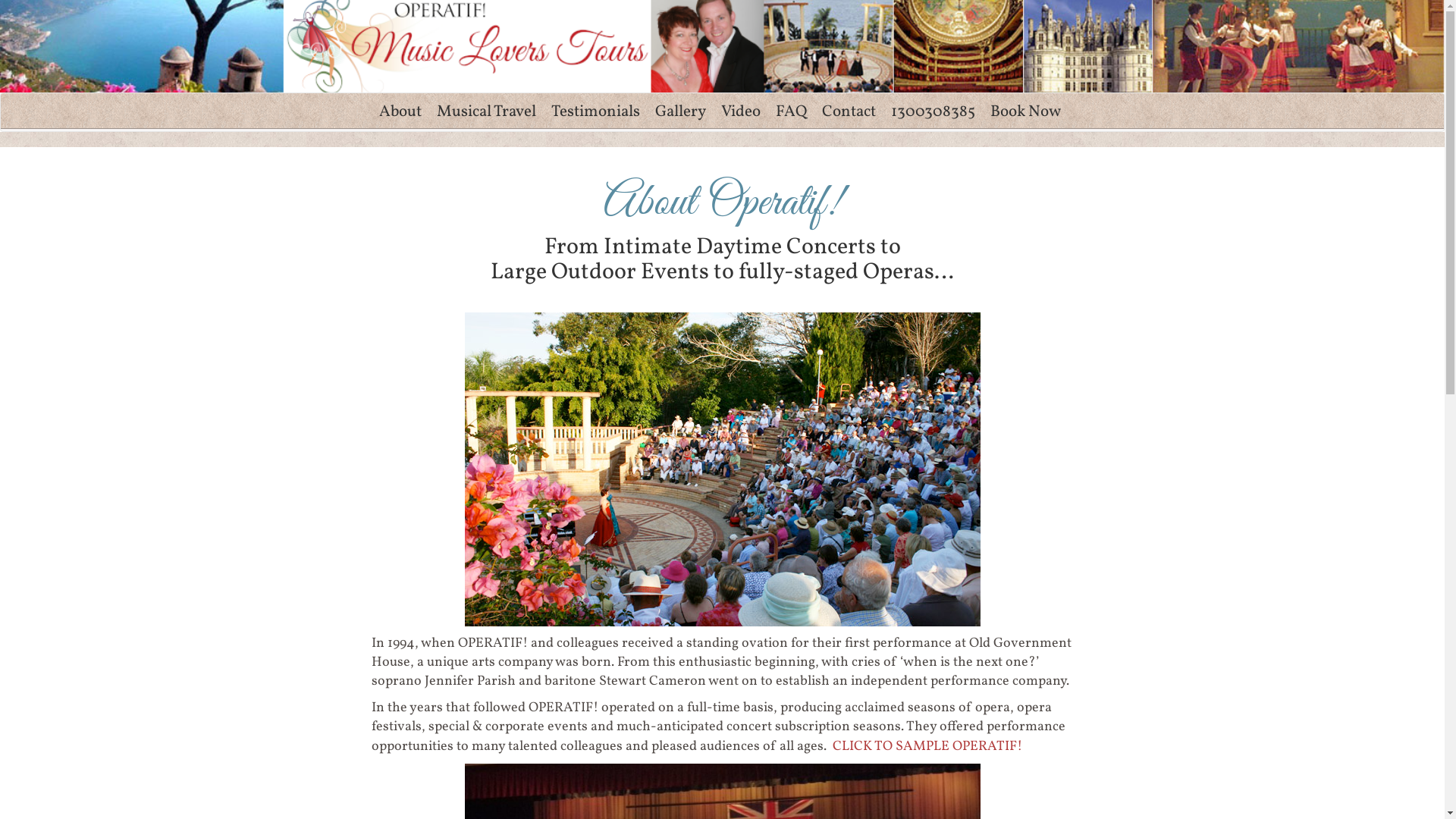 This screenshot has height=819, width=1456. What do you see at coordinates (789, 111) in the screenshot?
I see `'FAQ'` at bounding box center [789, 111].